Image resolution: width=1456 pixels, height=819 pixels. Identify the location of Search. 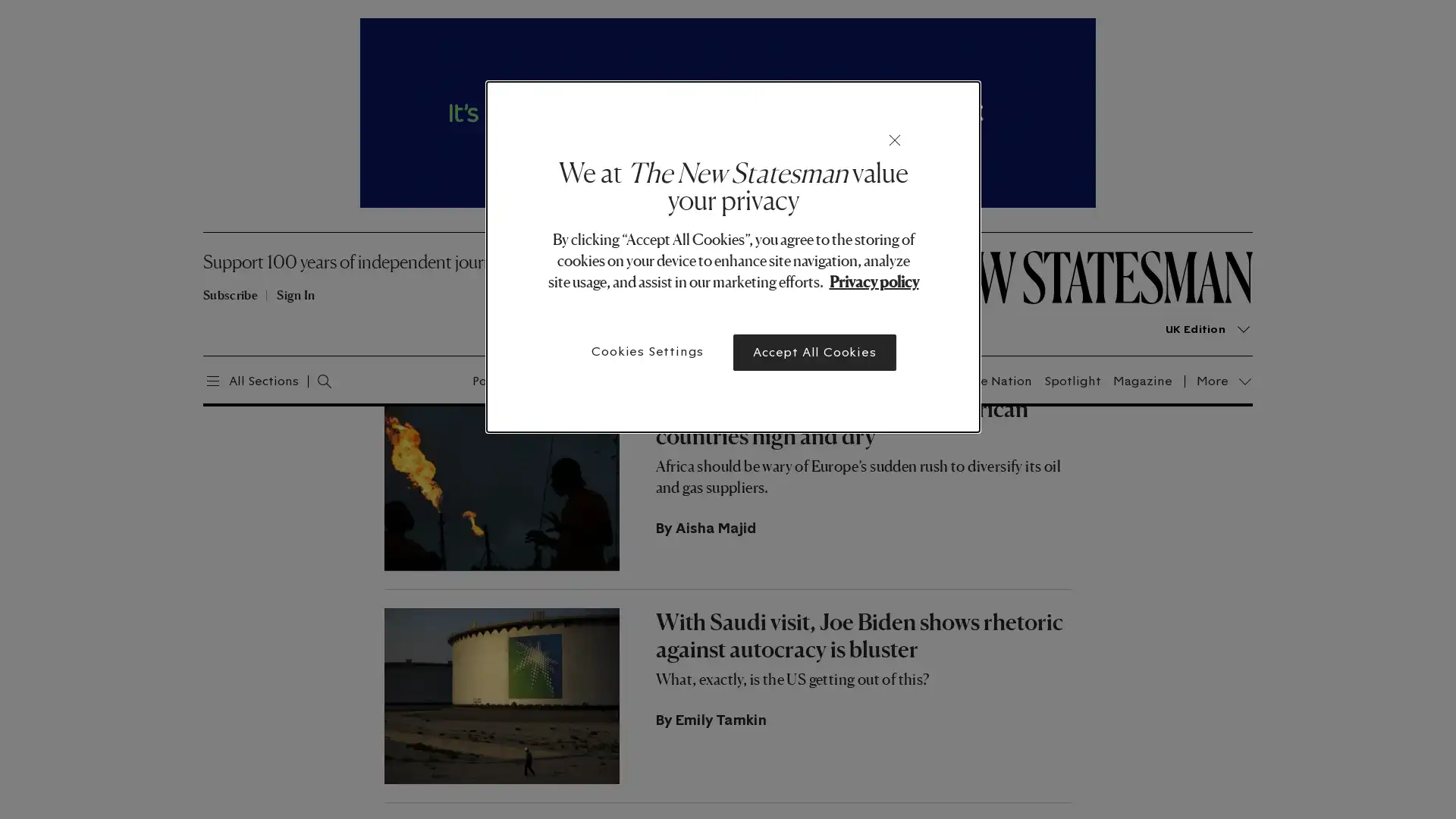
(308, 378).